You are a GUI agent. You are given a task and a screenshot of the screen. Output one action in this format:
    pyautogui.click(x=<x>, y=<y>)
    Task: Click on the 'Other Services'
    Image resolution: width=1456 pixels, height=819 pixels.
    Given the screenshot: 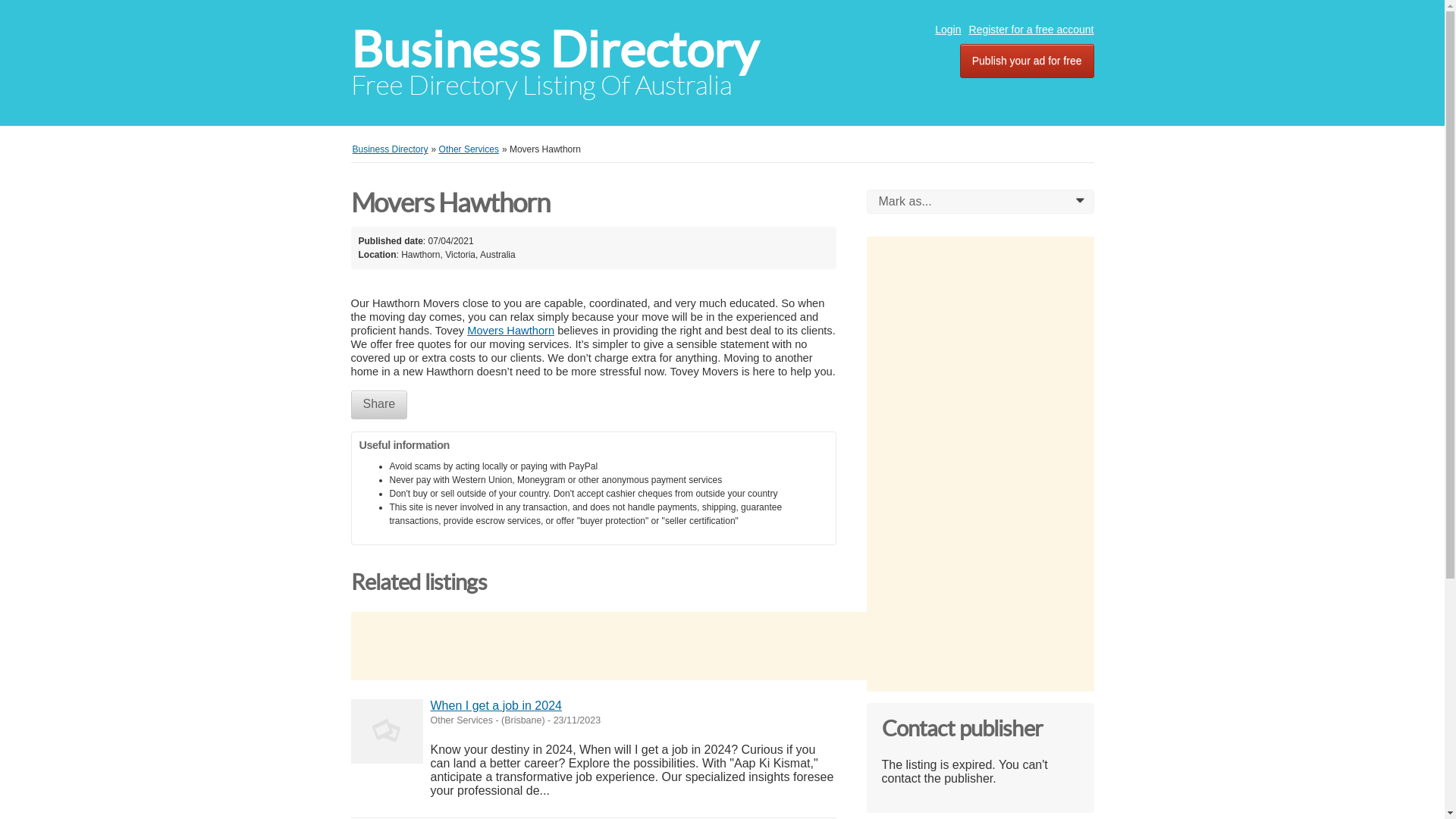 What is the action you would take?
    pyautogui.click(x=468, y=149)
    